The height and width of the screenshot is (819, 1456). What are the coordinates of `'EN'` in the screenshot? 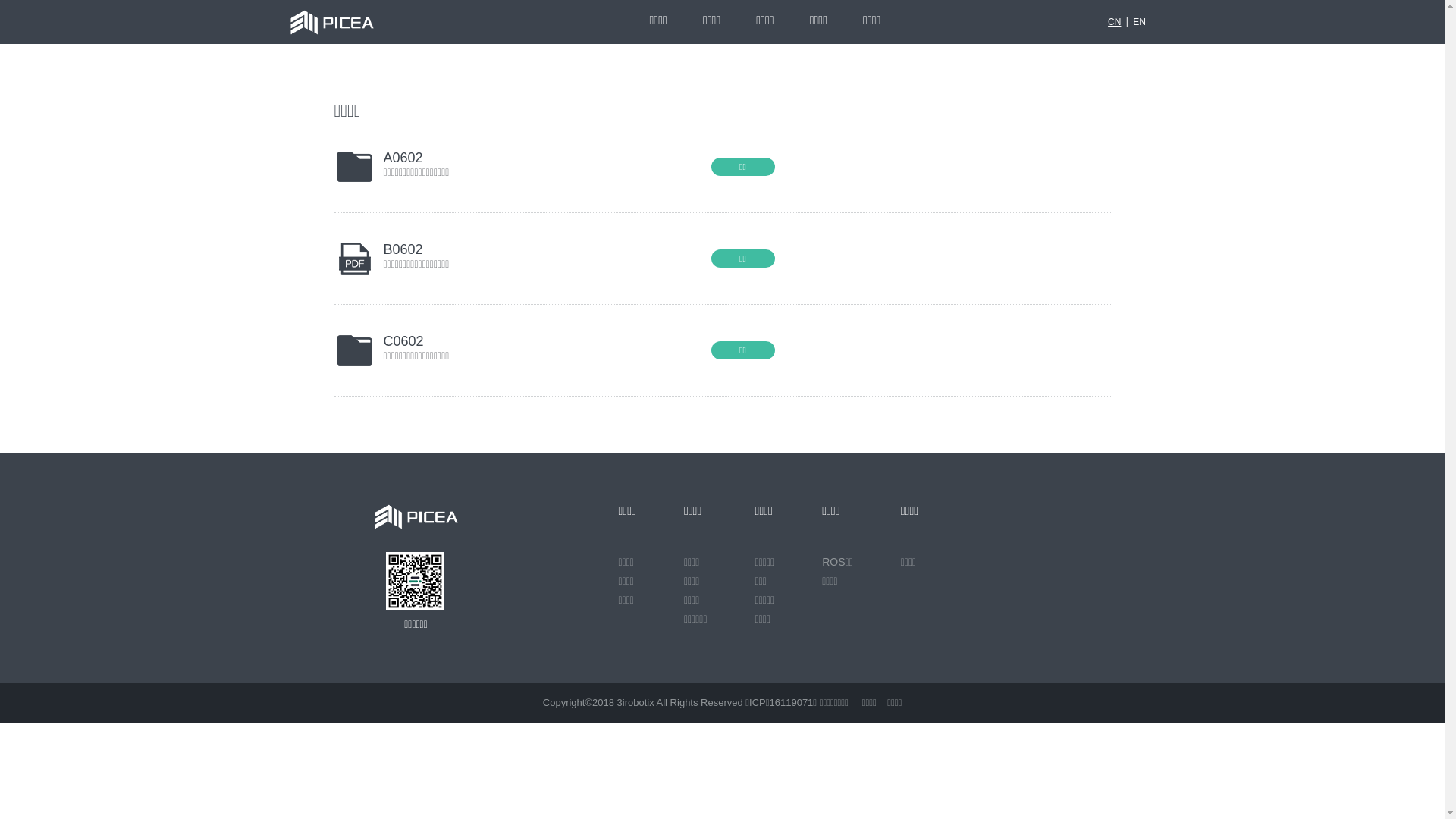 It's located at (1139, 22).